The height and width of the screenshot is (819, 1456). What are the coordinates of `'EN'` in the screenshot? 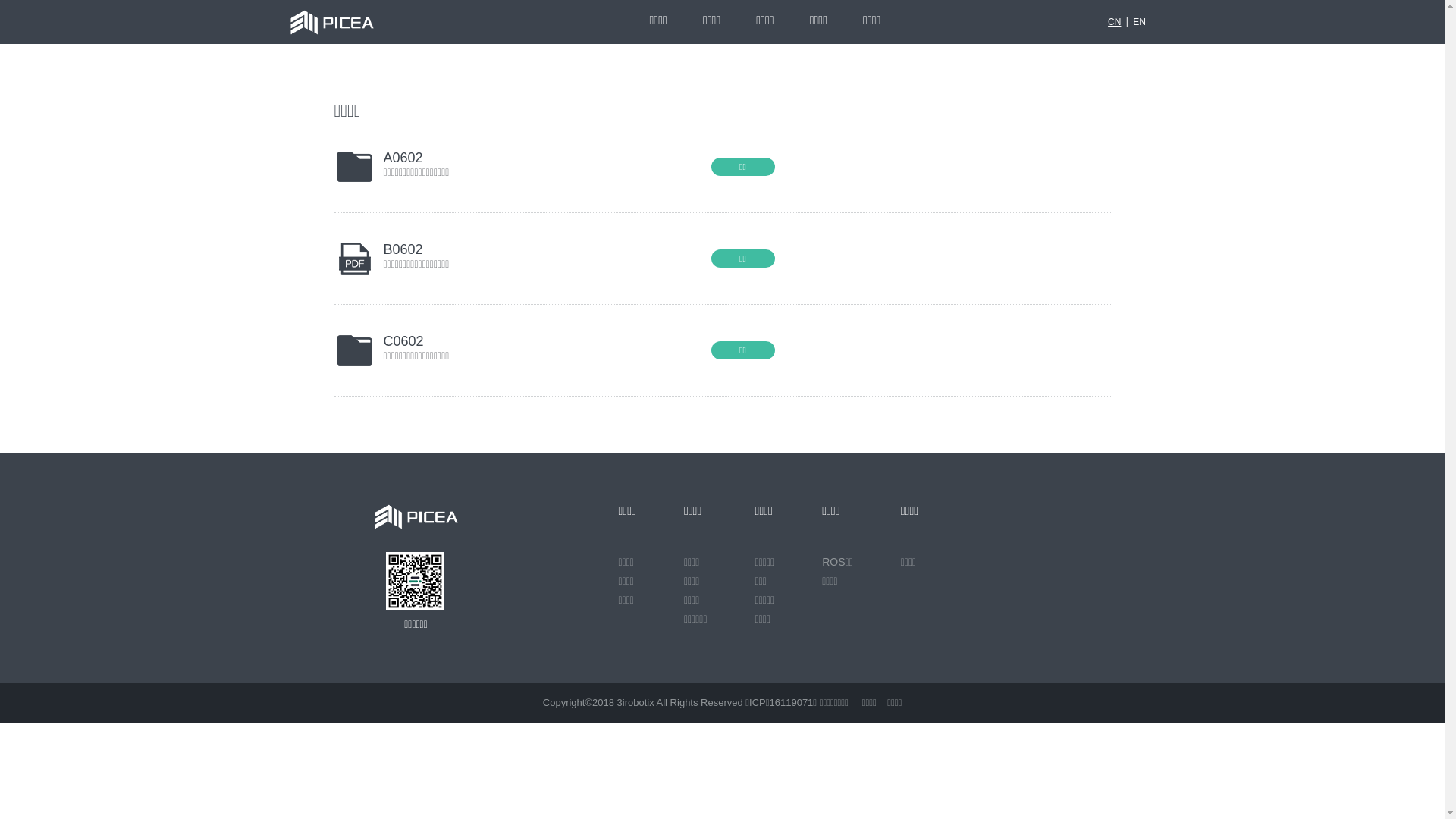 It's located at (1139, 22).